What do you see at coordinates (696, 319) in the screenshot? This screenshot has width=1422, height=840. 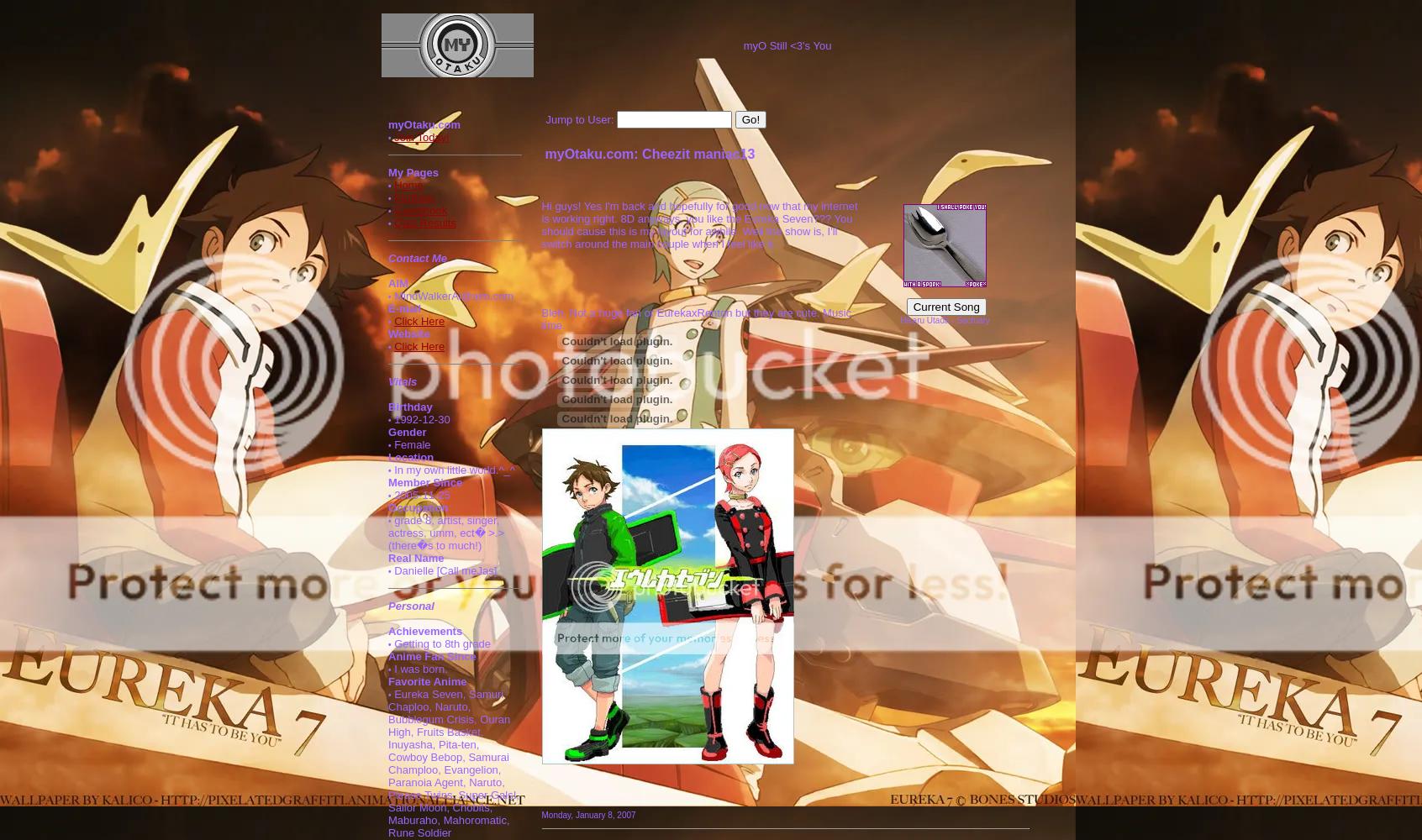 I see `'Bleh. Not a huge fan or EurekaxRenton but they are cute. Music time.'` at bounding box center [696, 319].